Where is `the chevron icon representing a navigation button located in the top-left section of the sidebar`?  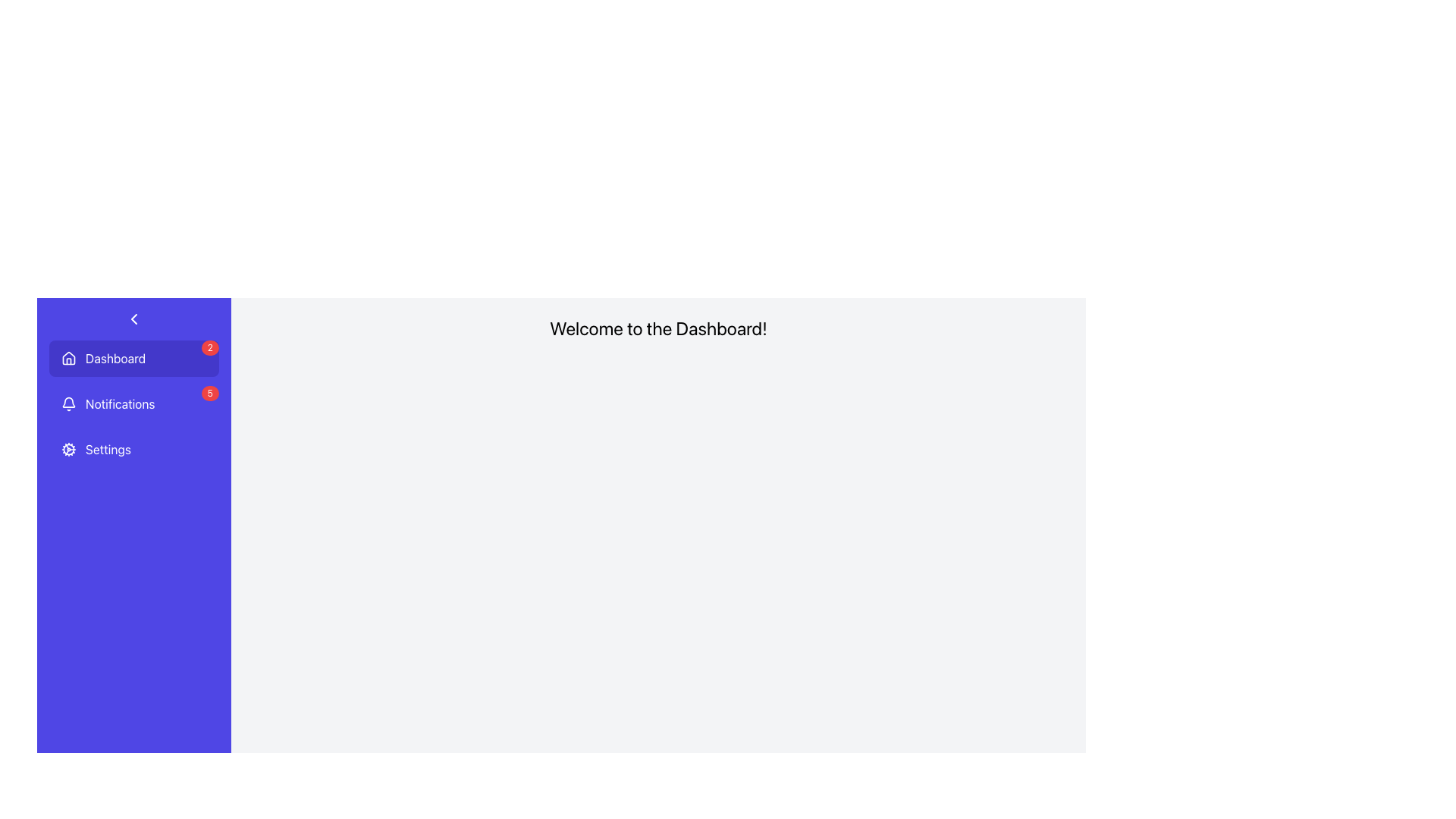 the chevron icon representing a navigation button located in the top-left section of the sidebar is located at coordinates (134, 318).